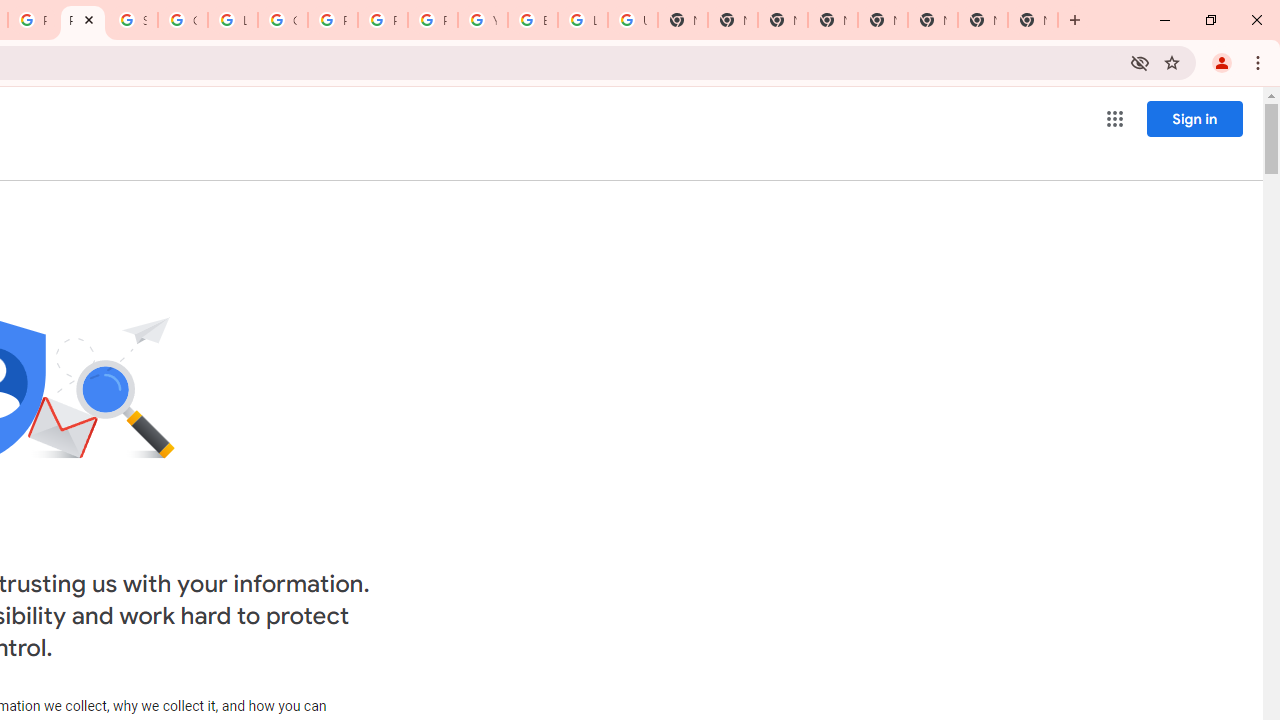 This screenshot has width=1280, height=720. Describe the element at coordinates (333, 20) in the screenshot. I see `'Privacy Help Center - Policies Help'` at that location.